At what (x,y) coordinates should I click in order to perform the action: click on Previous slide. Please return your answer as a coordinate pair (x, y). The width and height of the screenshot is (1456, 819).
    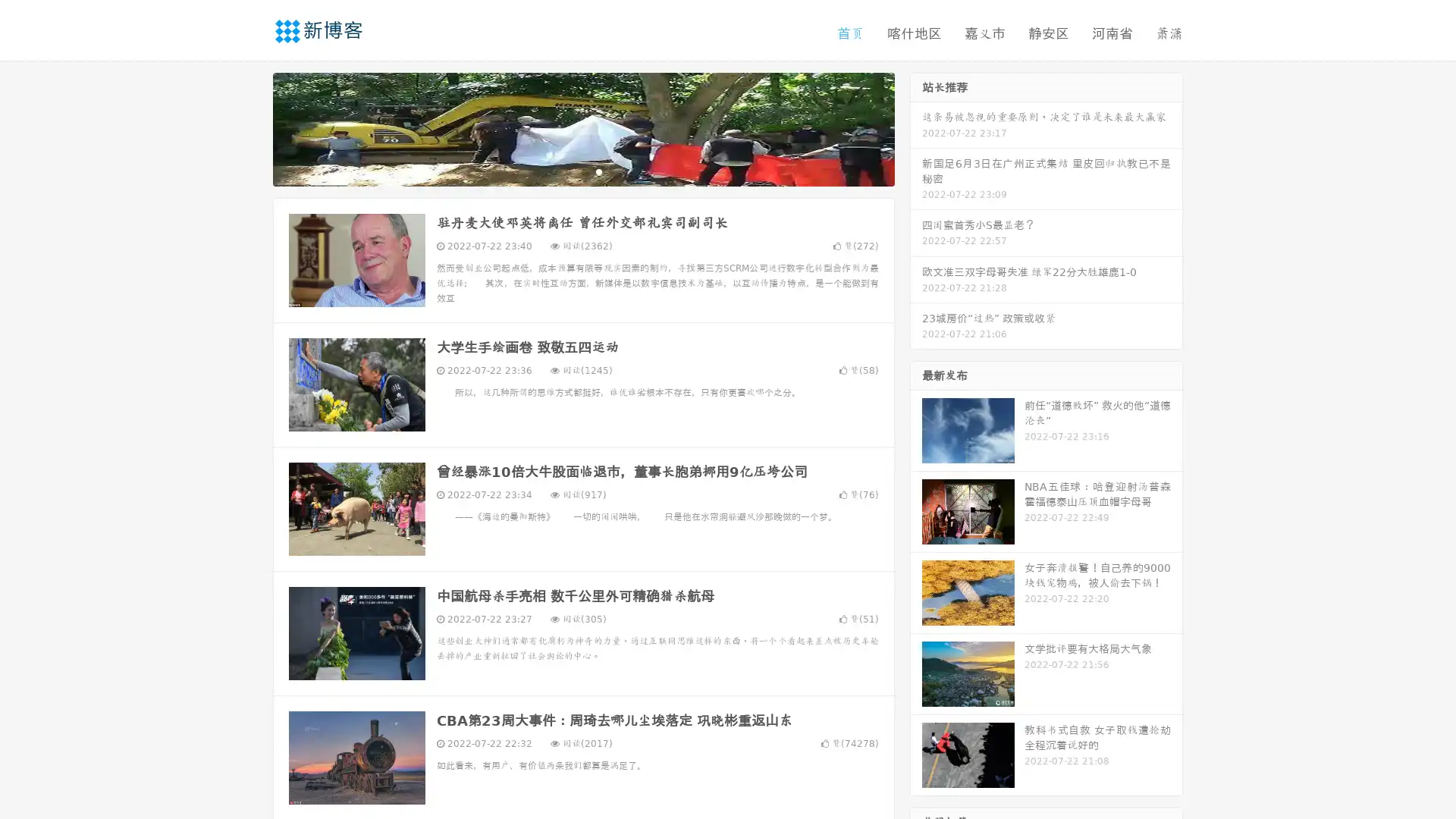
    Looking at the image, I should click on (250, 127).